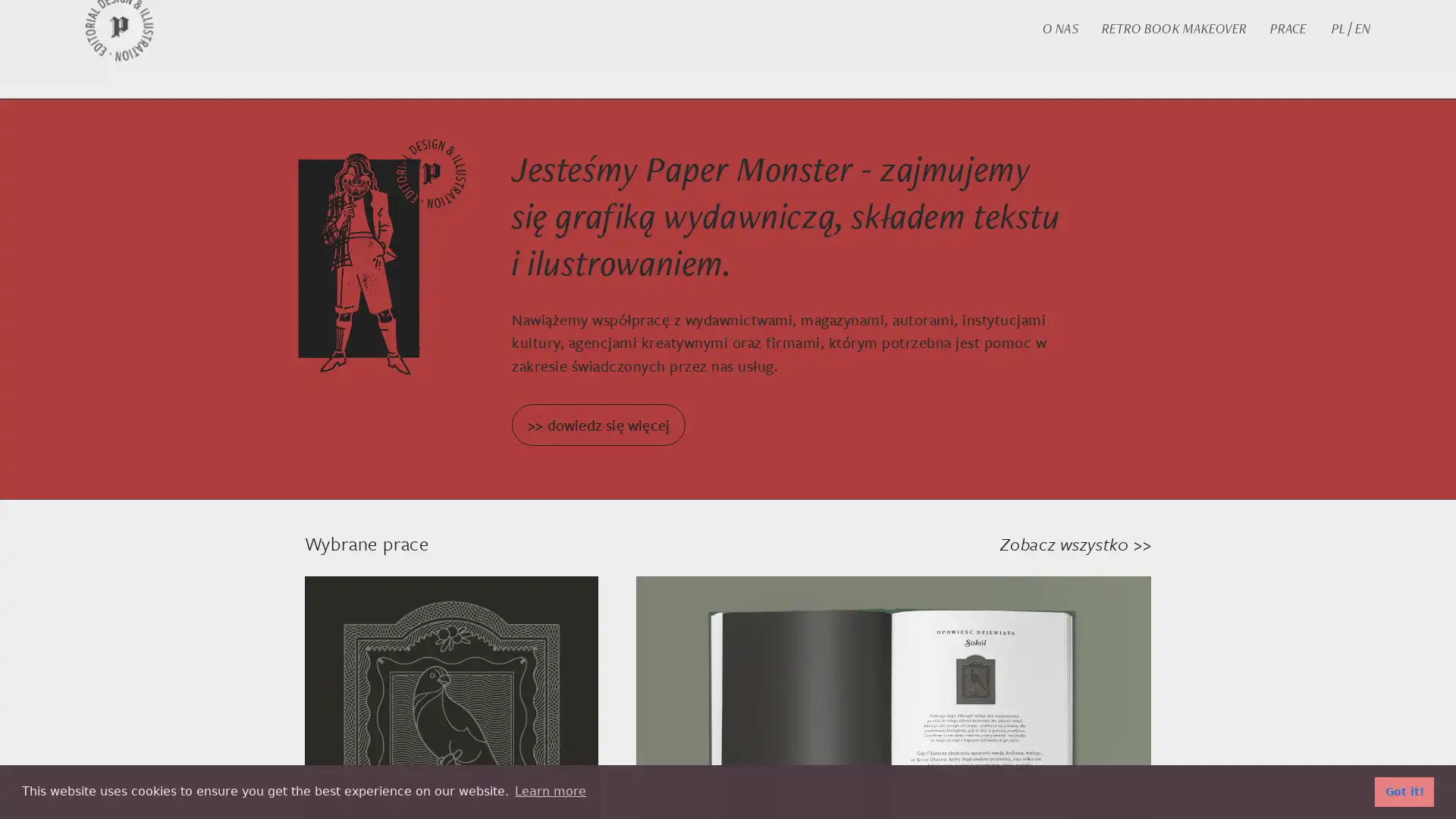 The width and height of the screenshot is (1456, 819). I want to click on dismiss cookie message, so click(1404, 791).